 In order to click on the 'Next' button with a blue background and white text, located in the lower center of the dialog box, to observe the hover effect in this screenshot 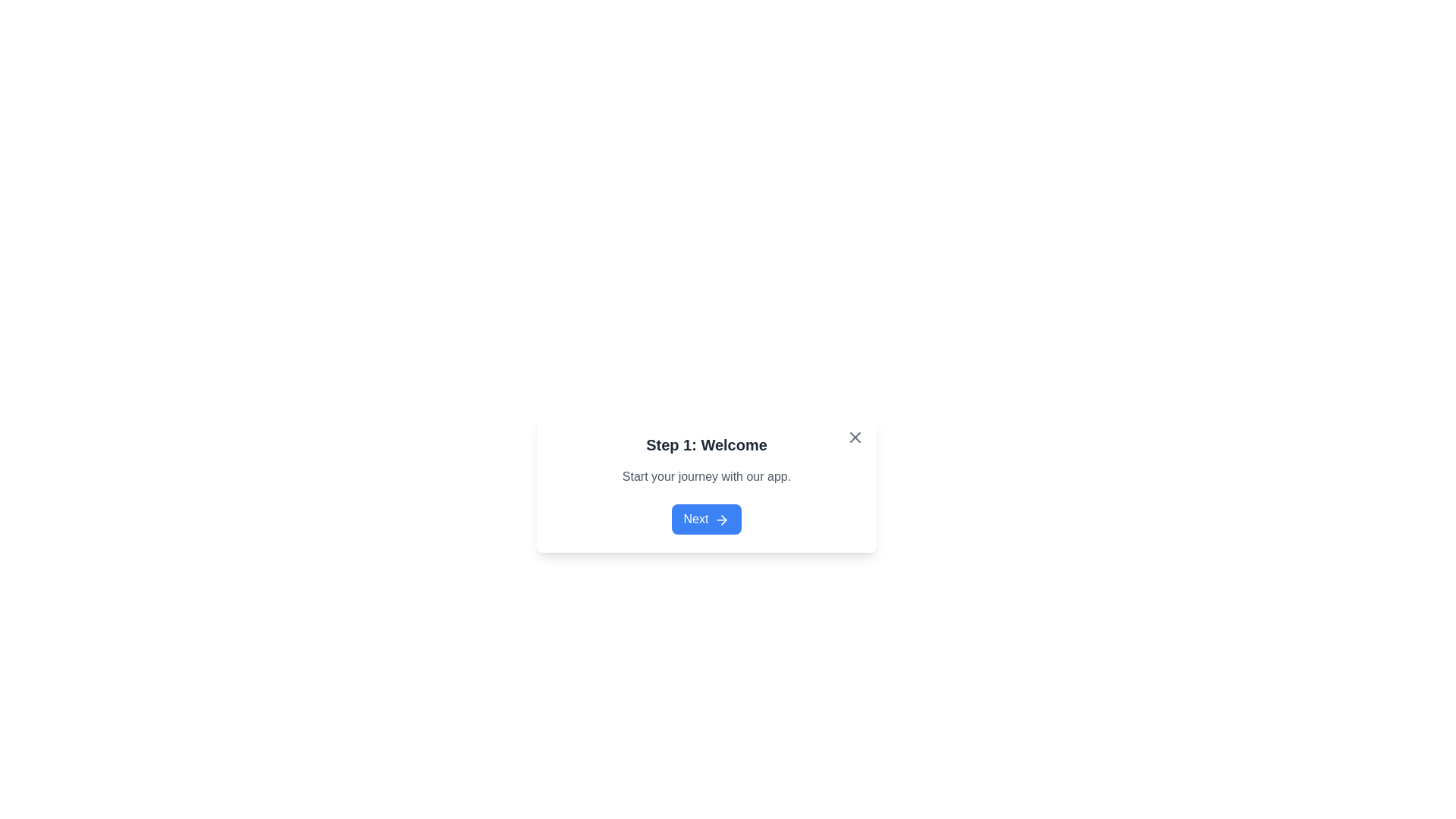, I will do `click(705, 519)`.